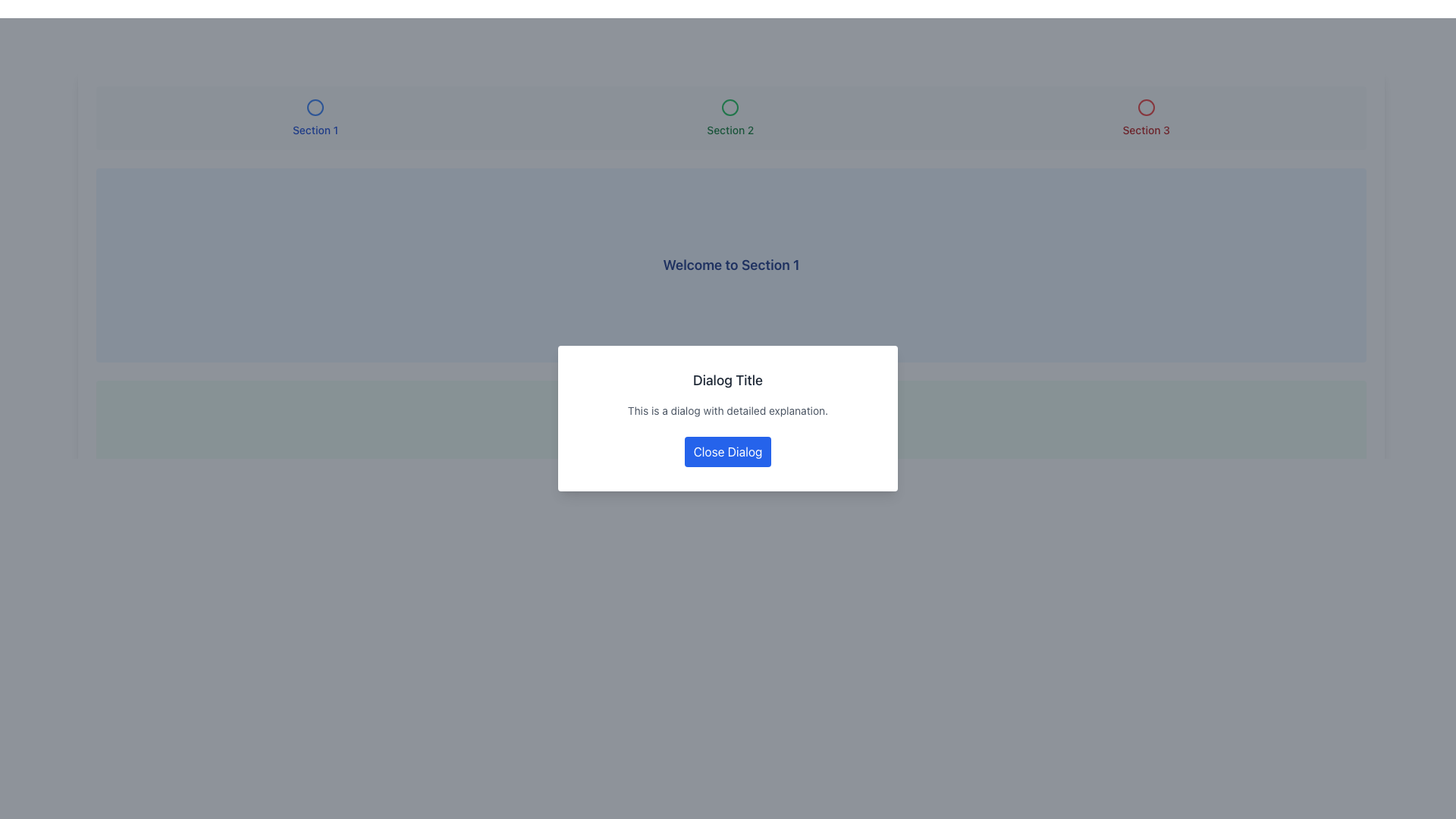 Image resolution: width=1456 pixels, height=819 pixels. I want to click on the hyperlink with icon and text, so click(1146, 117).